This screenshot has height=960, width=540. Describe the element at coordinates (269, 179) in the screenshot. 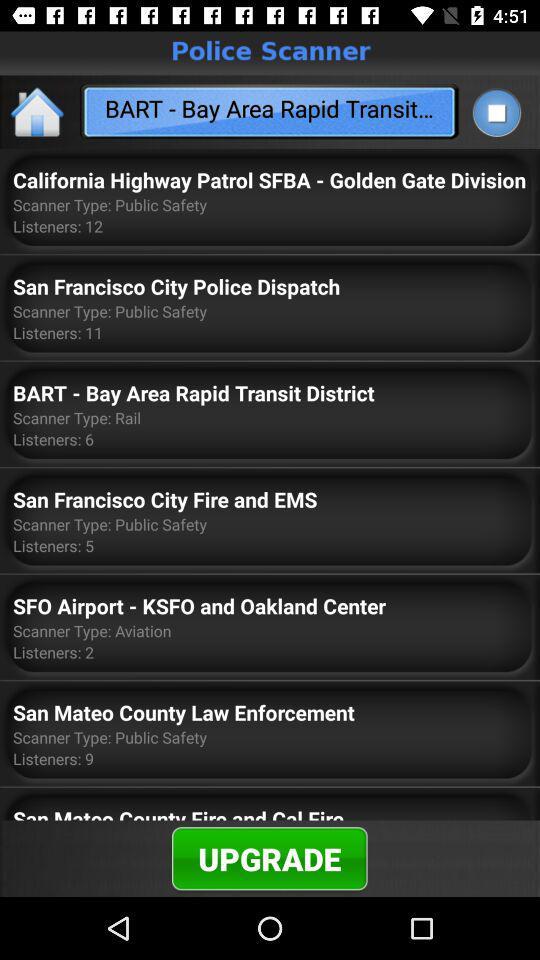

I see `california highway patrol item` at that location.